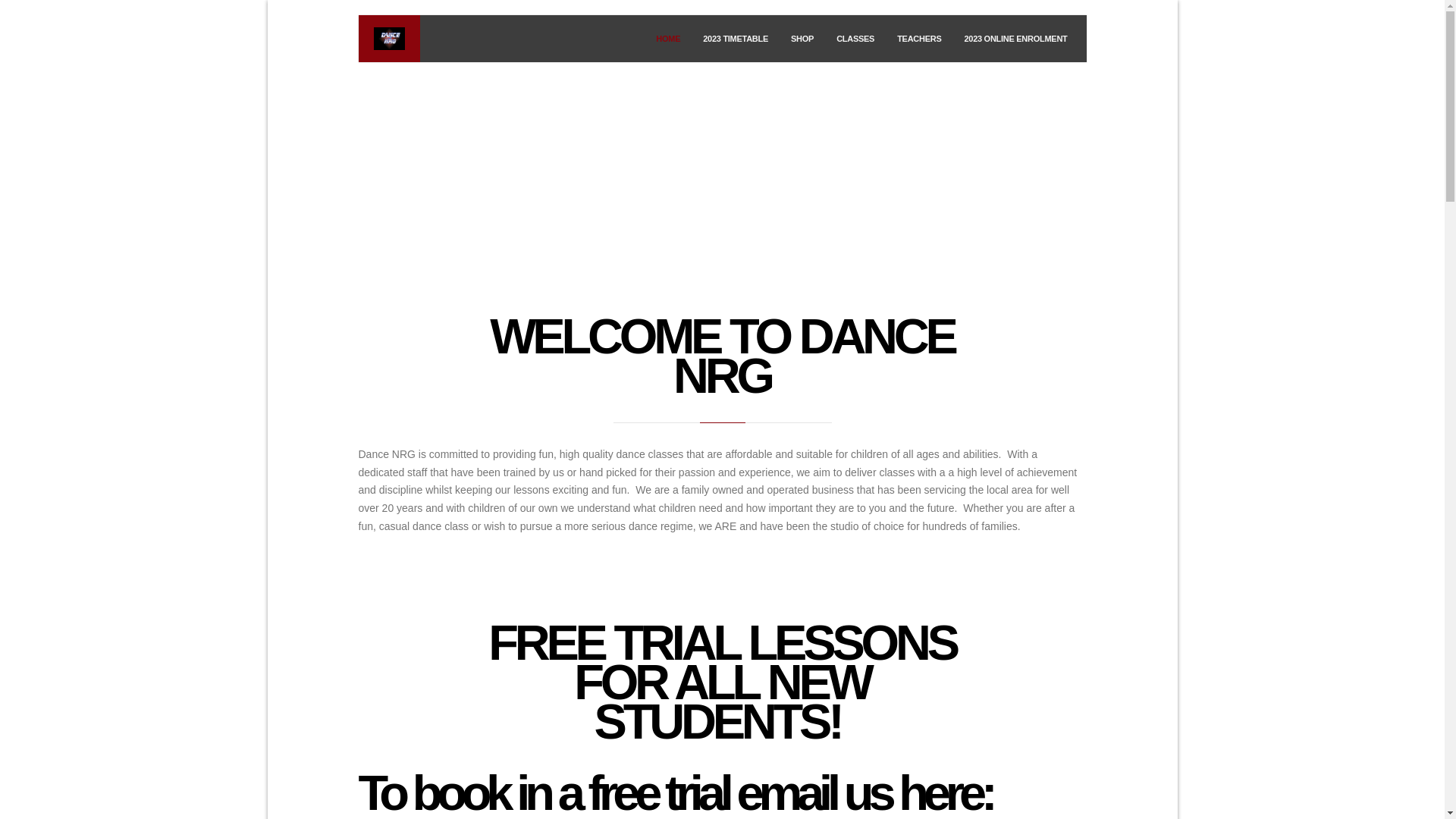 This screenshot has height=819, width=1456. Describe the element at coordinates (824, 38) in the screenshot. I see `'CLASSES'` at that location.